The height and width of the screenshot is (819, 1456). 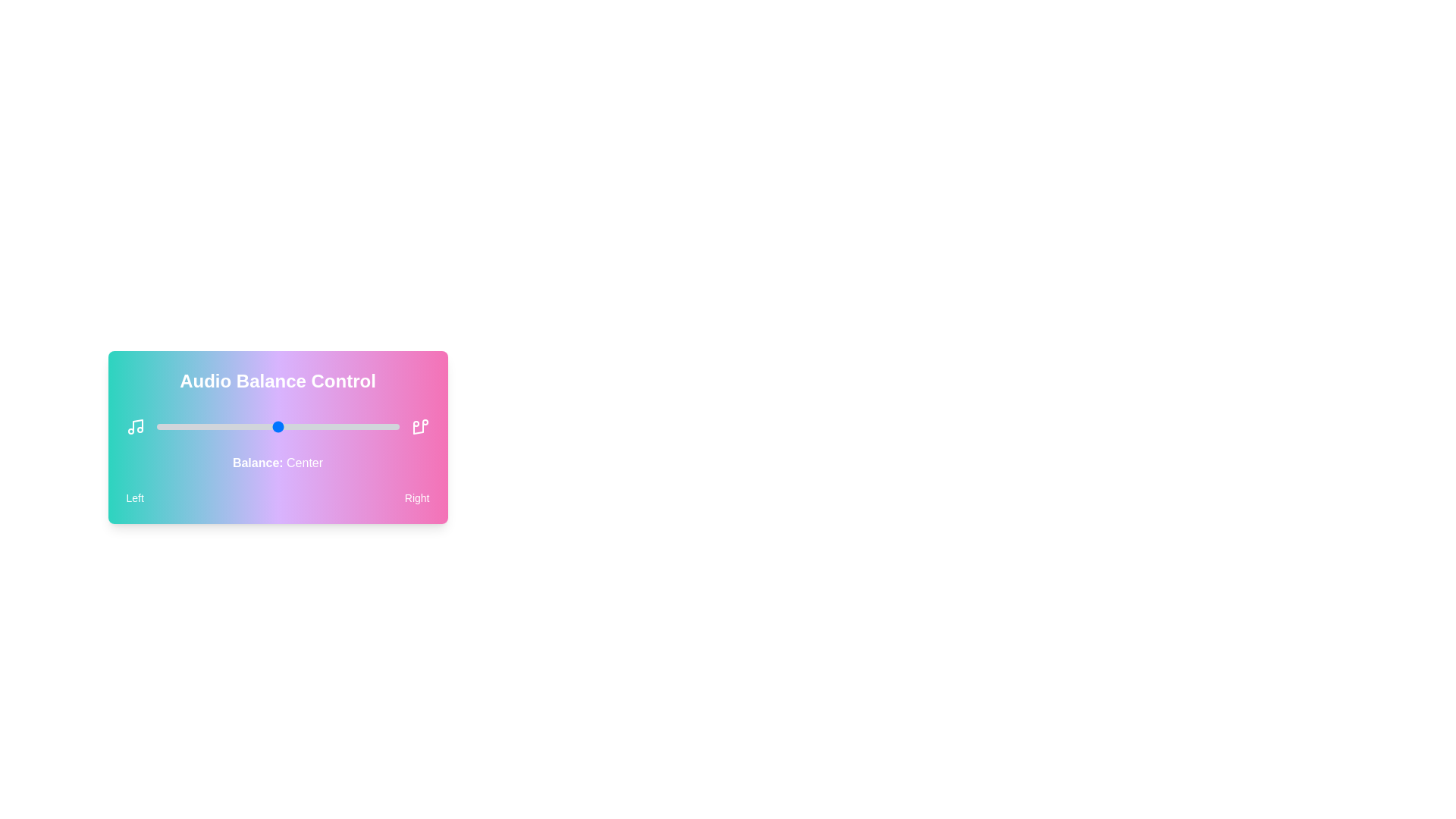 I want to click on the audio balance slider to 86 percent, so click(x=365, y=427).